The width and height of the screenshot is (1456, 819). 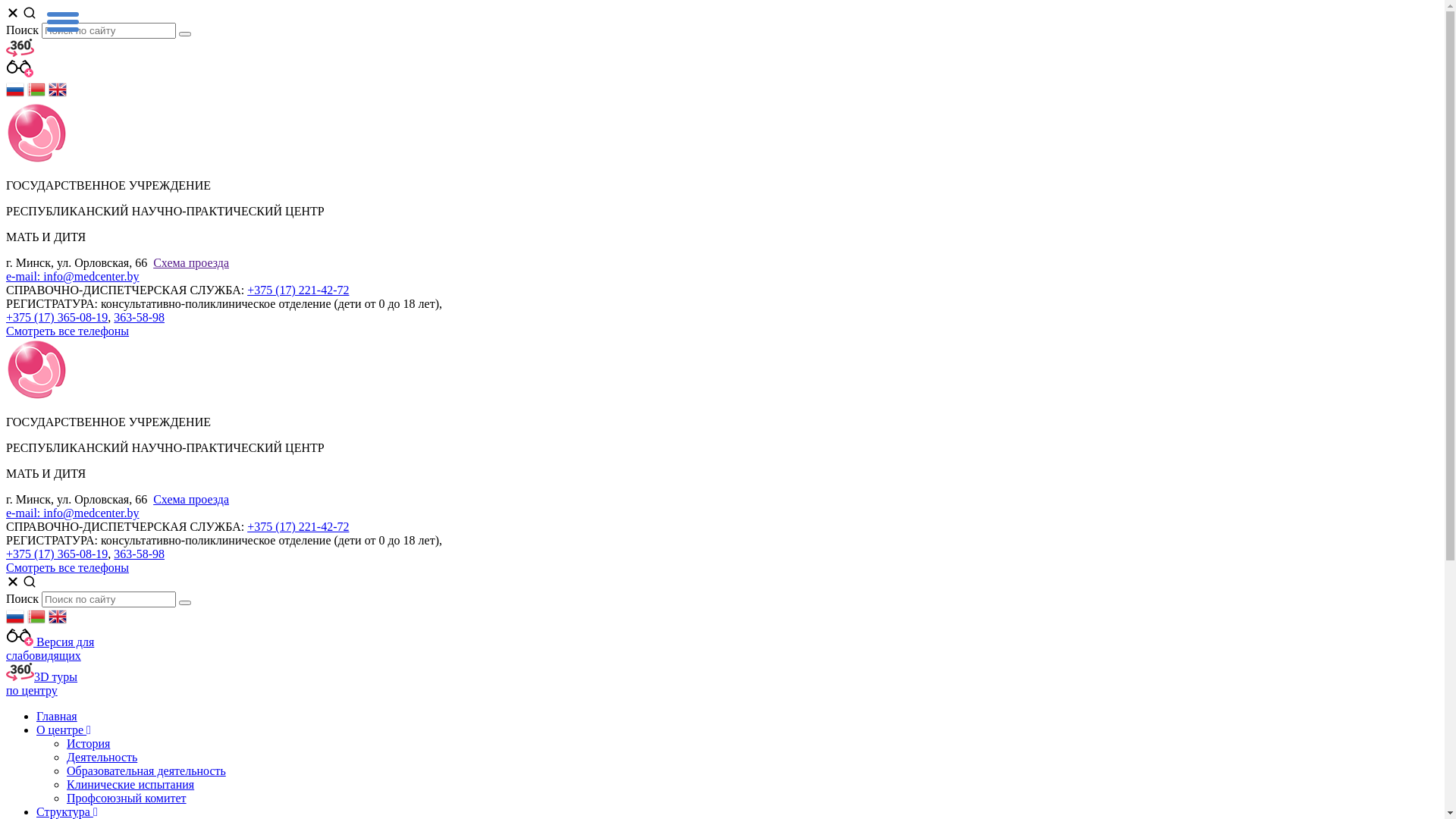 I want to click on '+375 (17) 365-08-19', so click(x=57, y=316).